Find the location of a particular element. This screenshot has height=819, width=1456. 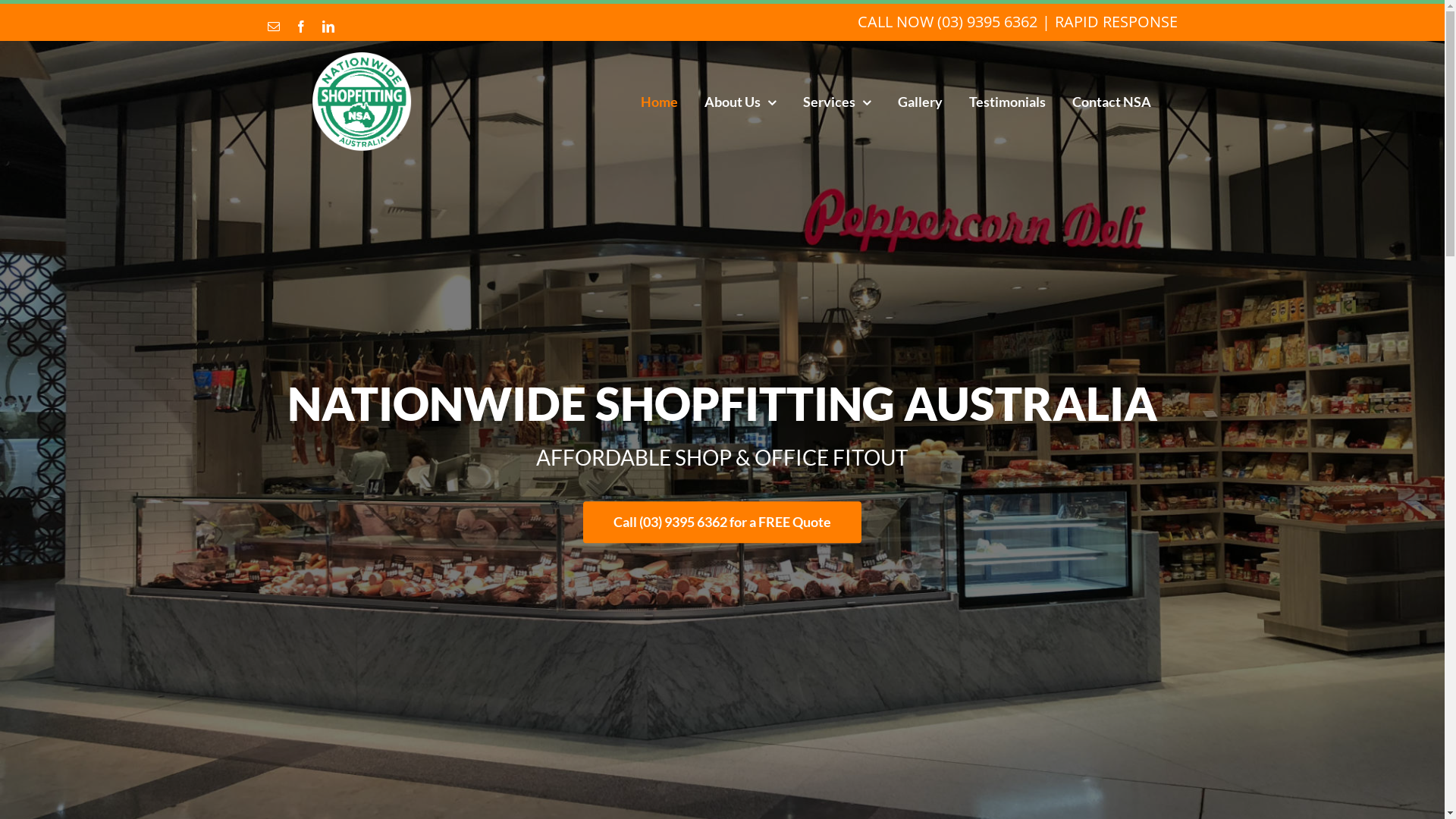

'Email' is located at coordinates (273, 26).